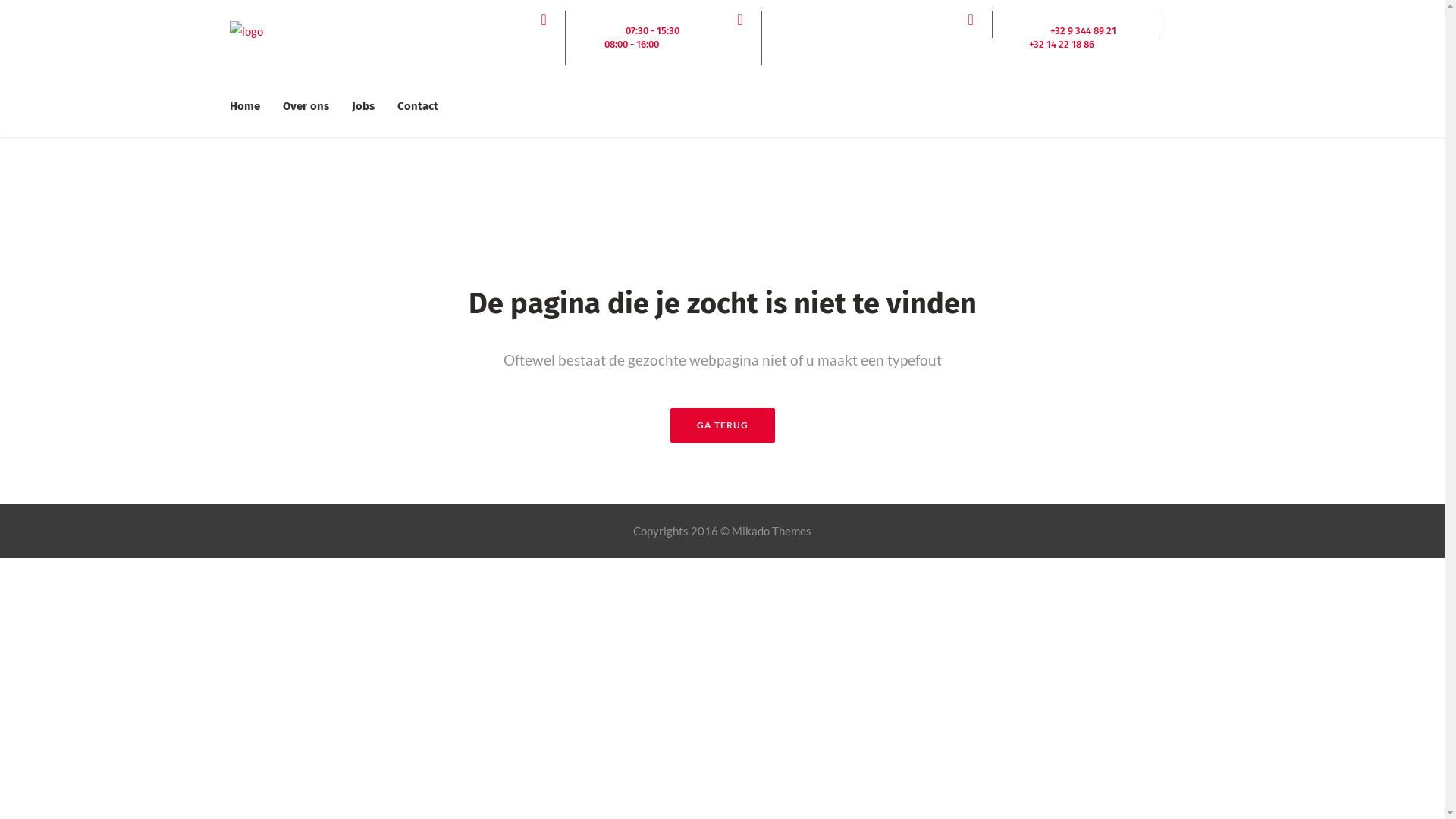 Image resolution: width=1456 pixels, height=819 pixels. I want to click on 'GA TERUG', so click(722, 425).